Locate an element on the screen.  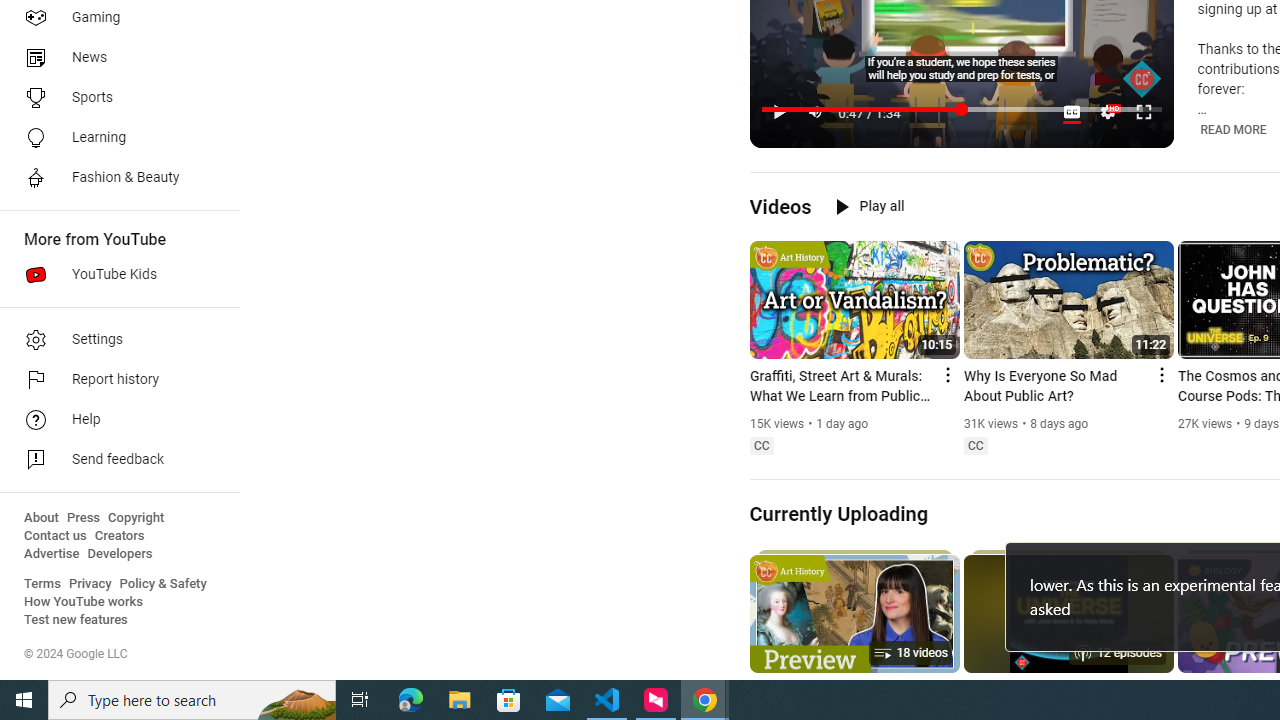
'Advertise' is located at coordinates (51, 554).